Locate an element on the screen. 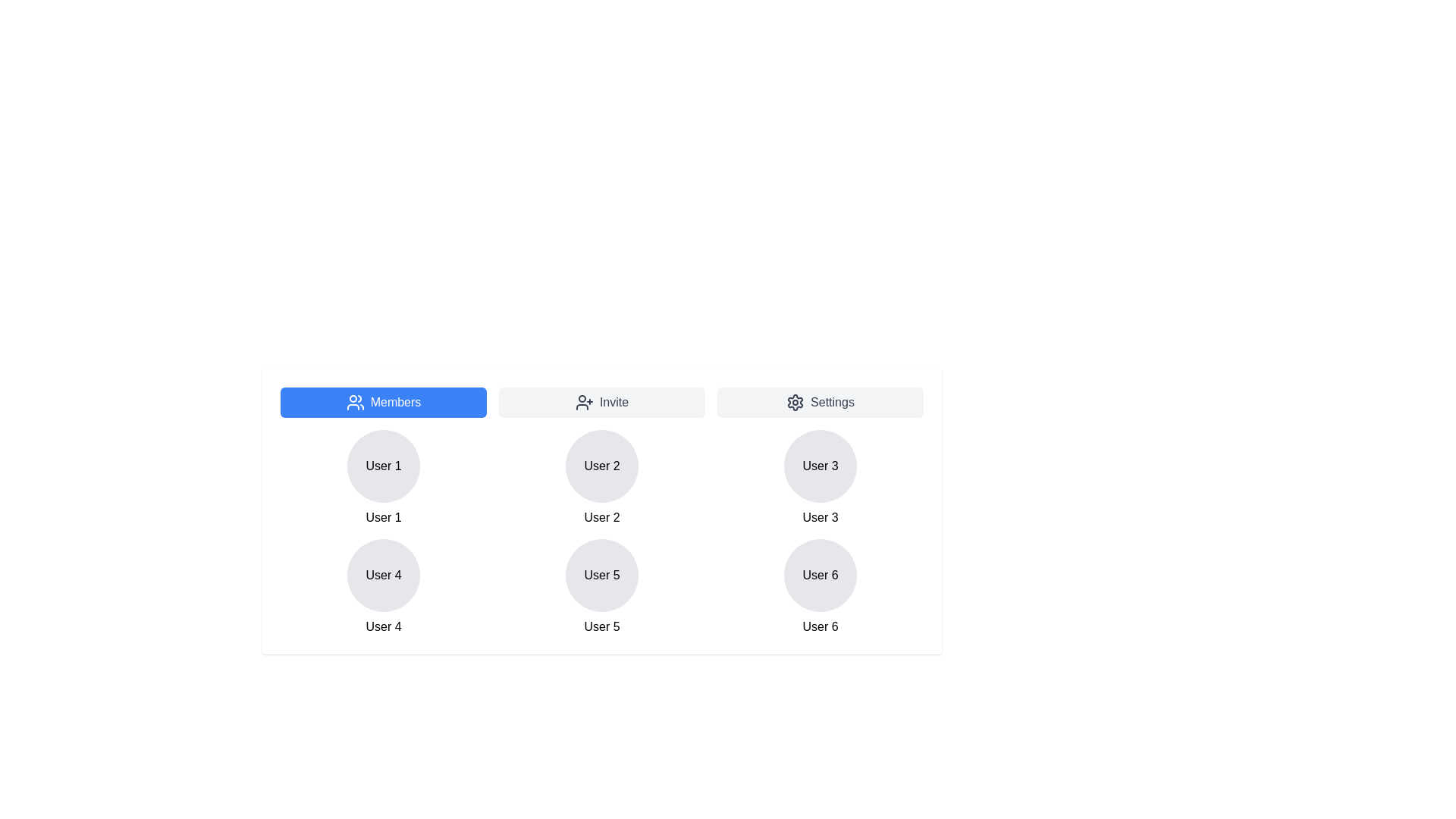 The height and width of the screenshot is (819, 1456). the profile representation of 'User 6', which is located at the bottom-right corner of the layout grid, under 'User 3' and next to 'User 5' is located at coordinates (819, 587).